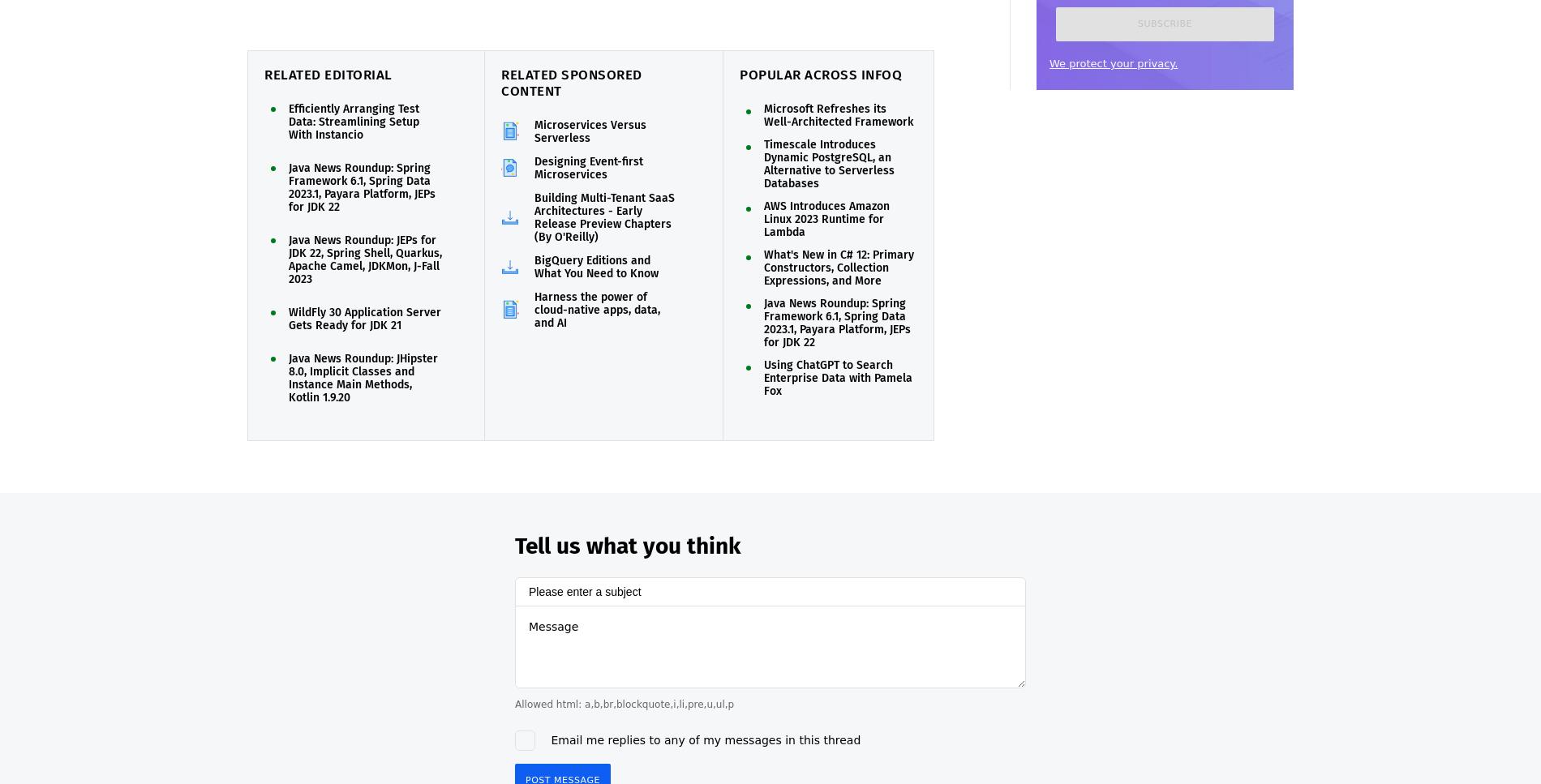 This screenshot has width=1541, height=784. What do you see at coordinates (581, 623) in the screenshot?
I see `'You need to'` at bounding box center [581, 623].